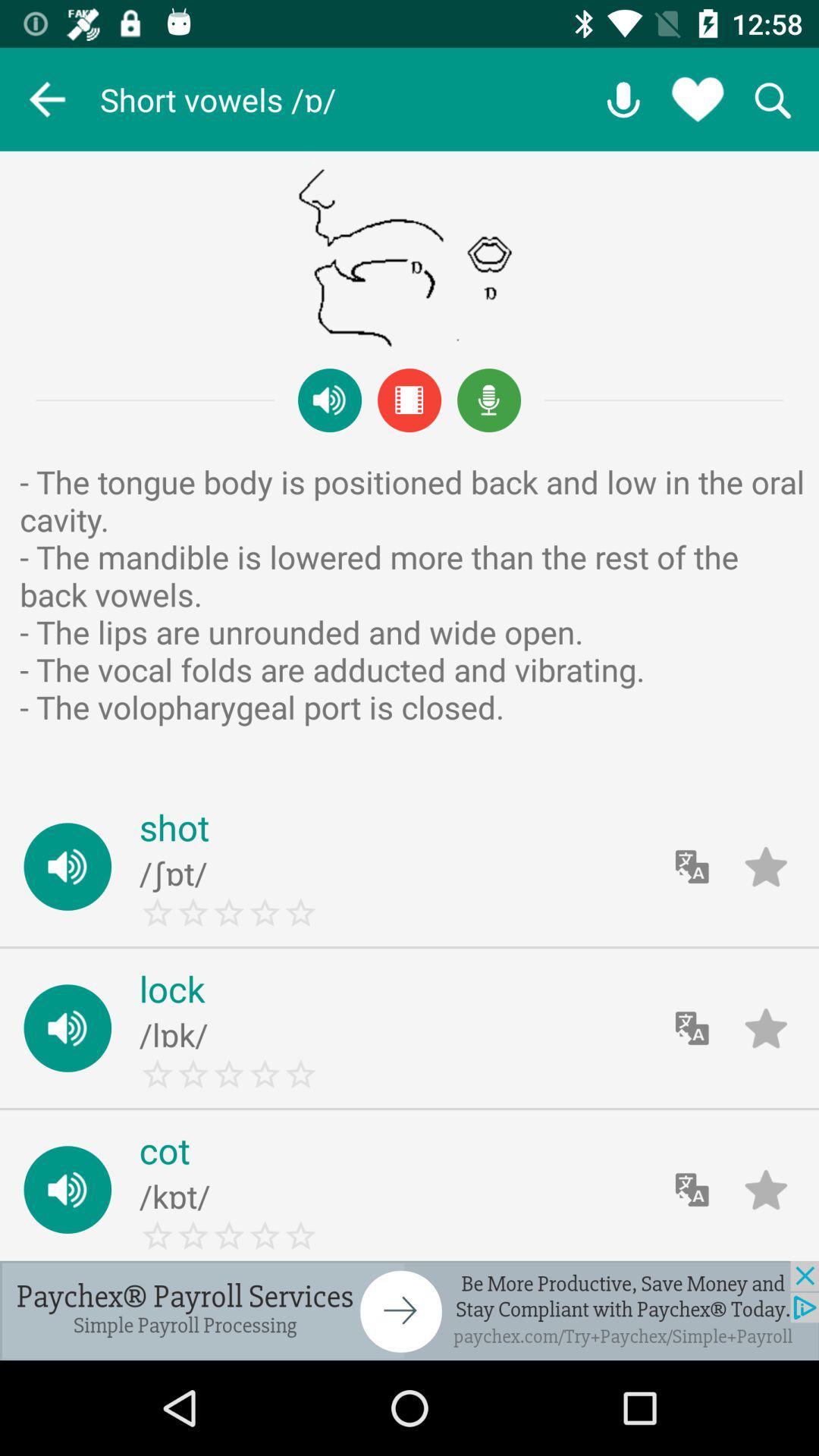 The width and height of the screenshot is (819, 1456). What do you see at coordinates (698, 99) in the screenshot?
I see `the favorite icon` at bounding box center [698, 99].